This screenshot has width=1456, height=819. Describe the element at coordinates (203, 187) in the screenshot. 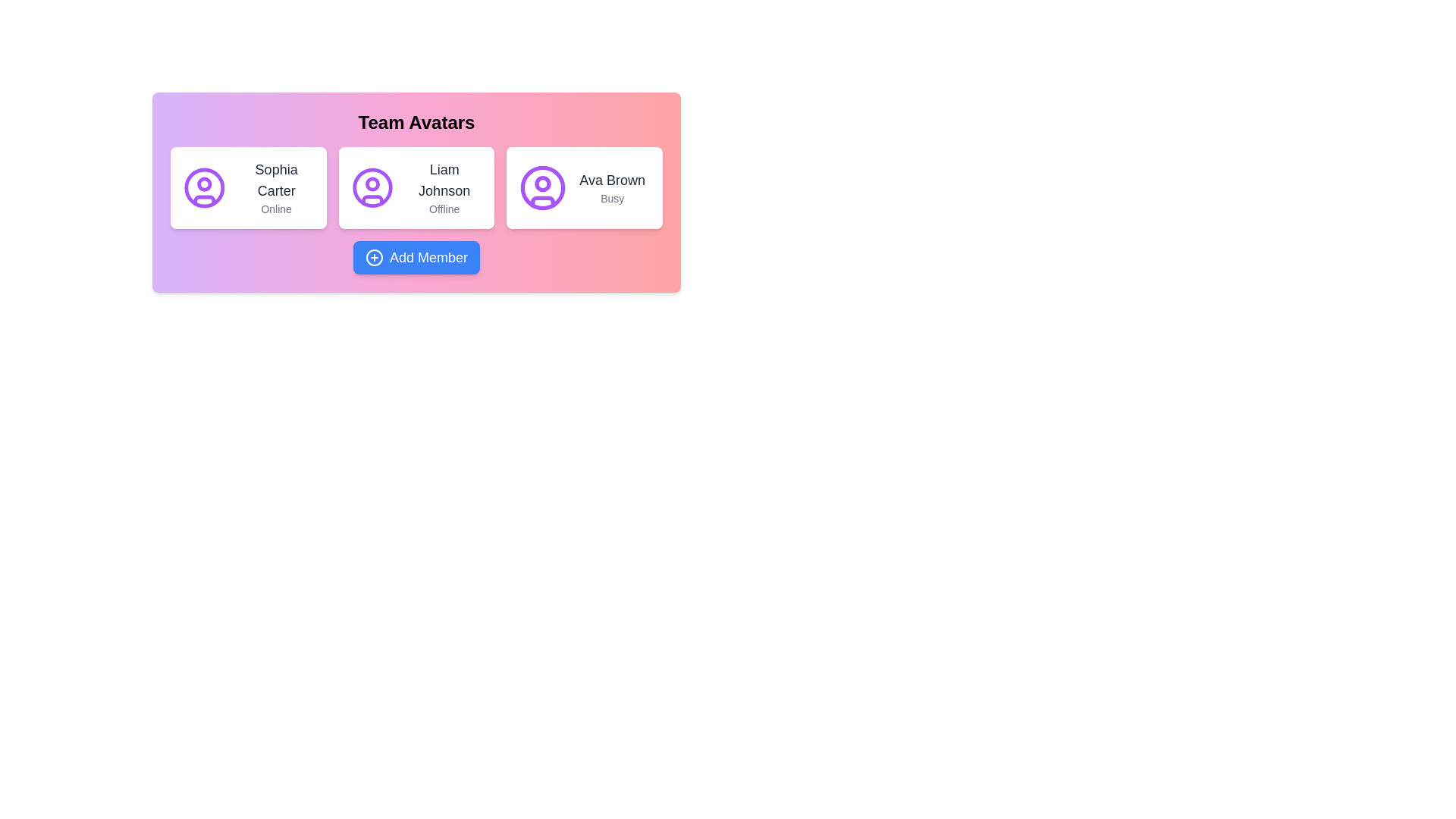

I see `the SVG graphical element representing the user's profile picture for 'Sophia Carter', located within the first card on the left among the team avatars` at that location.